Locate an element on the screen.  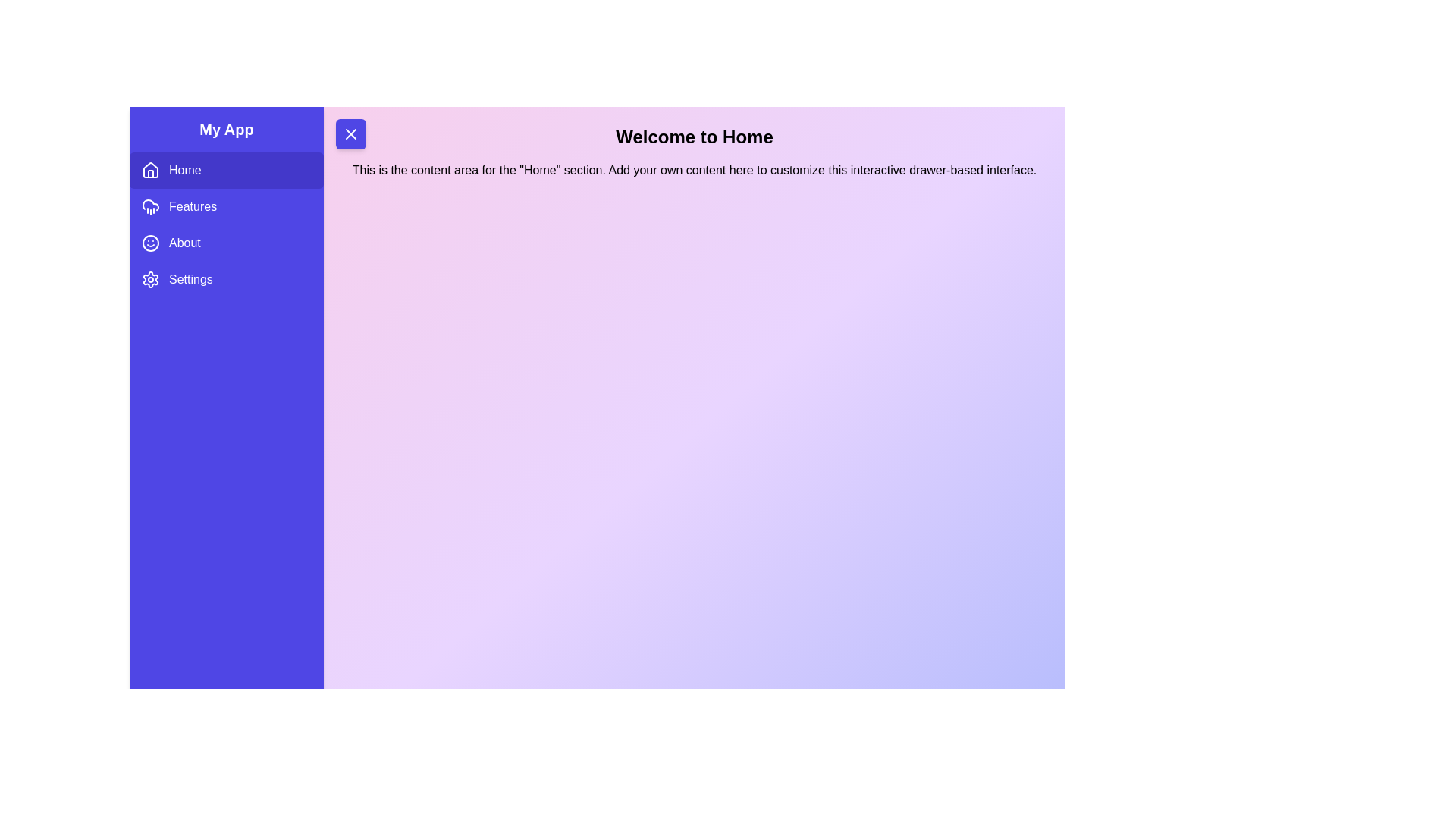
the sidebar item Home is located at coordinates (225, 170).